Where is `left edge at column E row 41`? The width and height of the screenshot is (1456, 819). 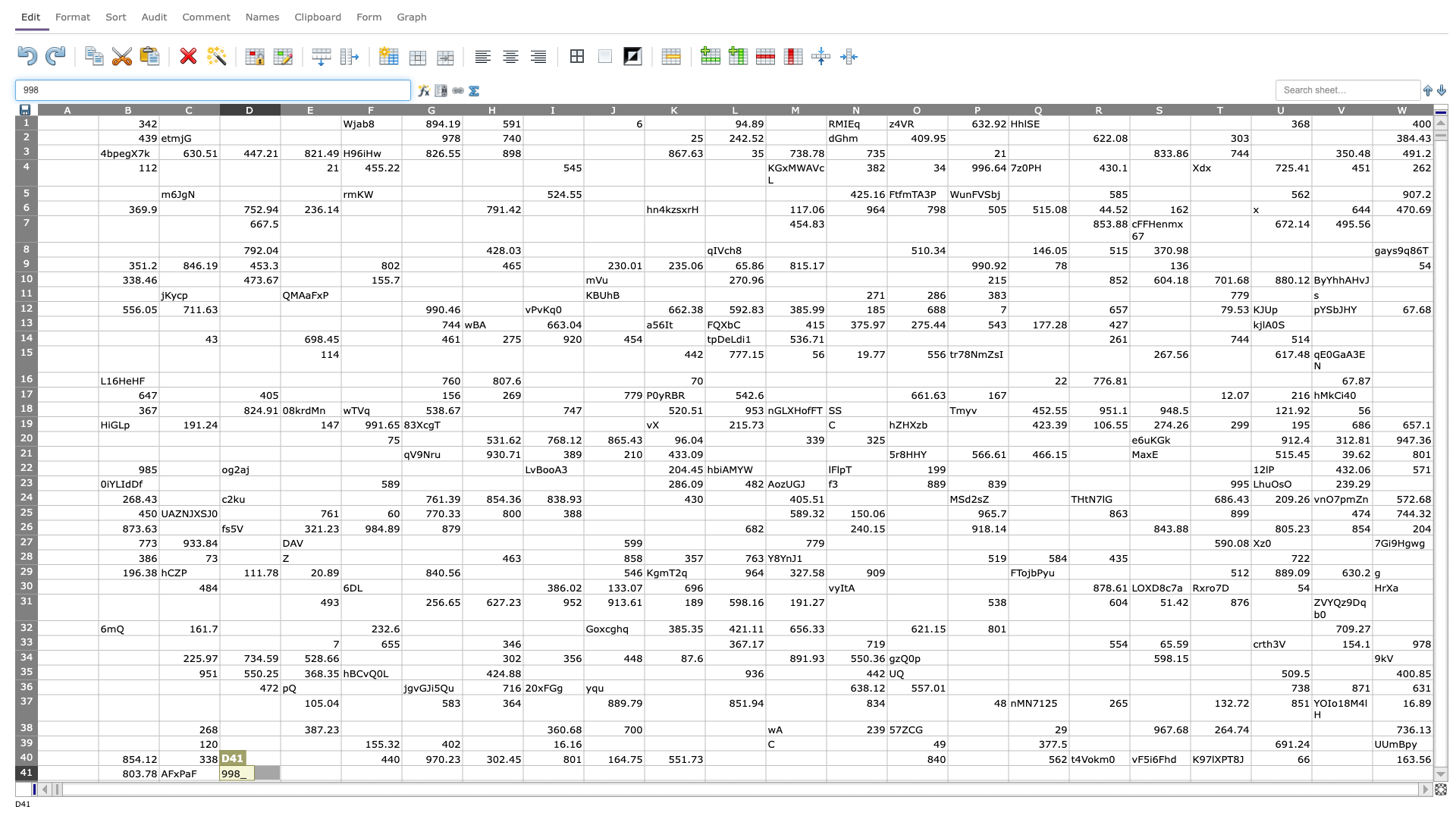 left edge at column E row 41 is located at coordinates (280, 773).